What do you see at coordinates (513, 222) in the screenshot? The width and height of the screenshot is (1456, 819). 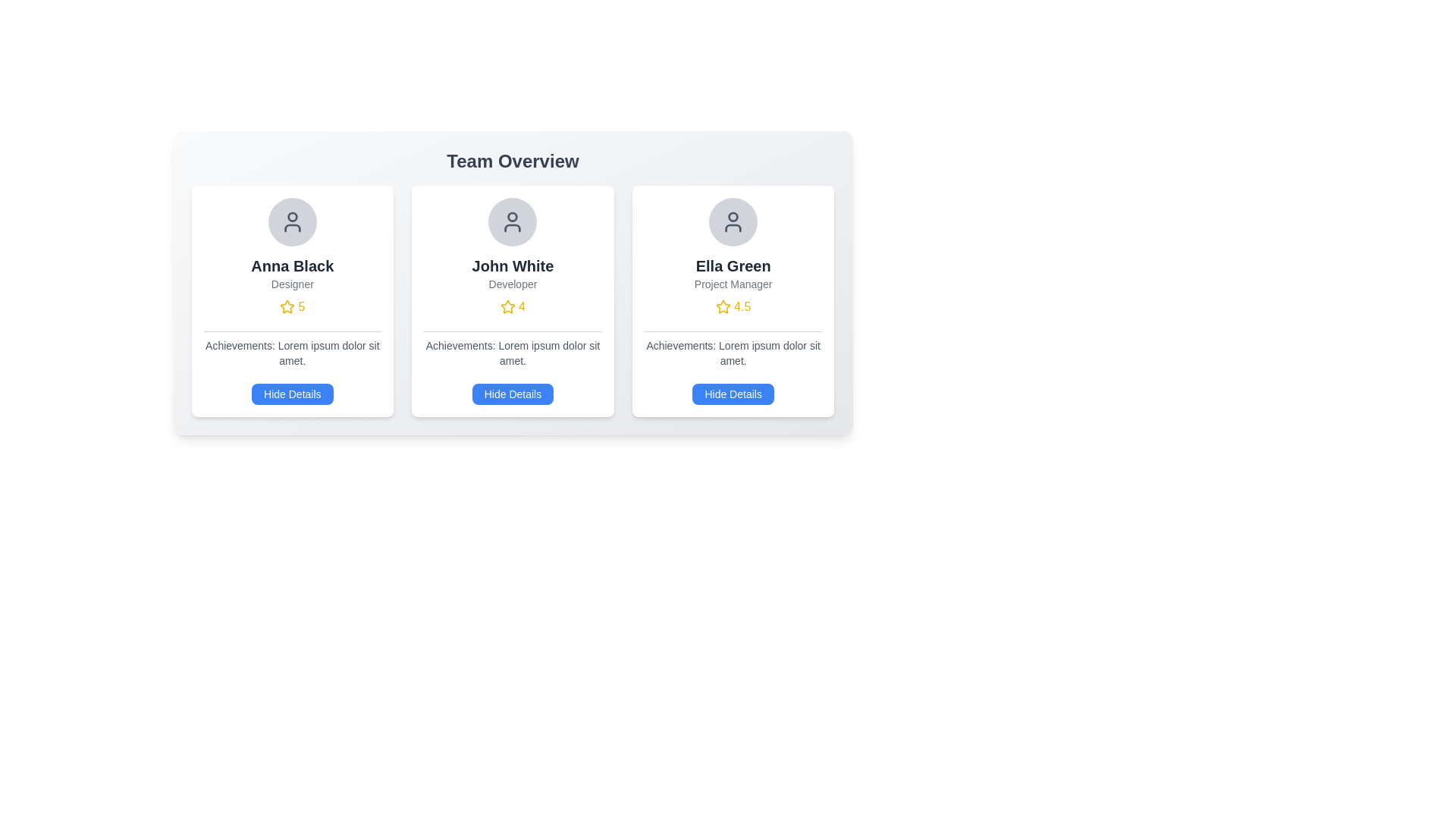 I see `the user icon represented by a simple outline of a person, styled in gray, located in the upper-central section of the middle card displaying 'John White'` at bounding box center [513, 222].